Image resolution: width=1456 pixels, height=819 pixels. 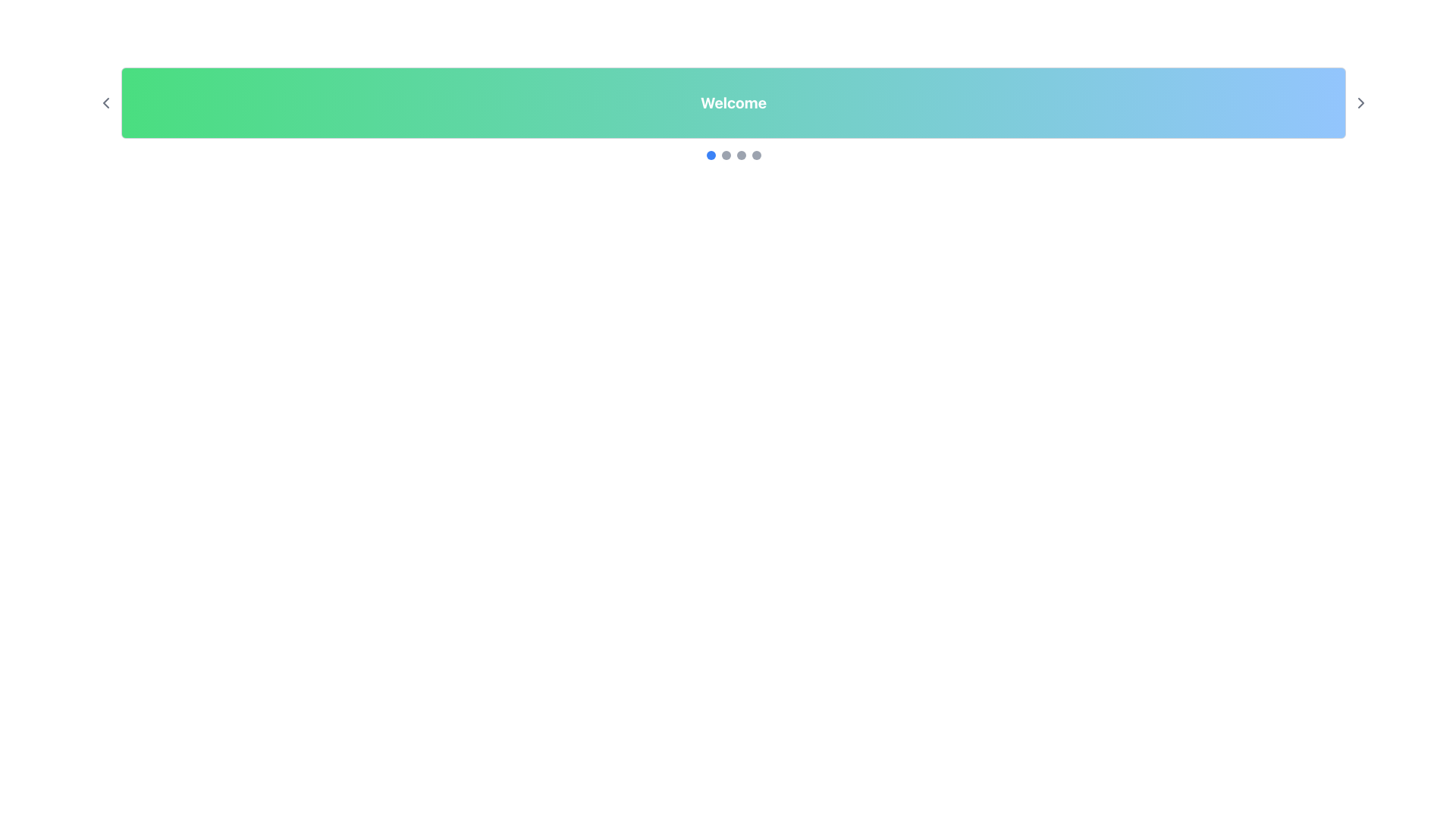 I want to click on the blue circle in the Carousel pagination indicator, so click(x=733, y=155).